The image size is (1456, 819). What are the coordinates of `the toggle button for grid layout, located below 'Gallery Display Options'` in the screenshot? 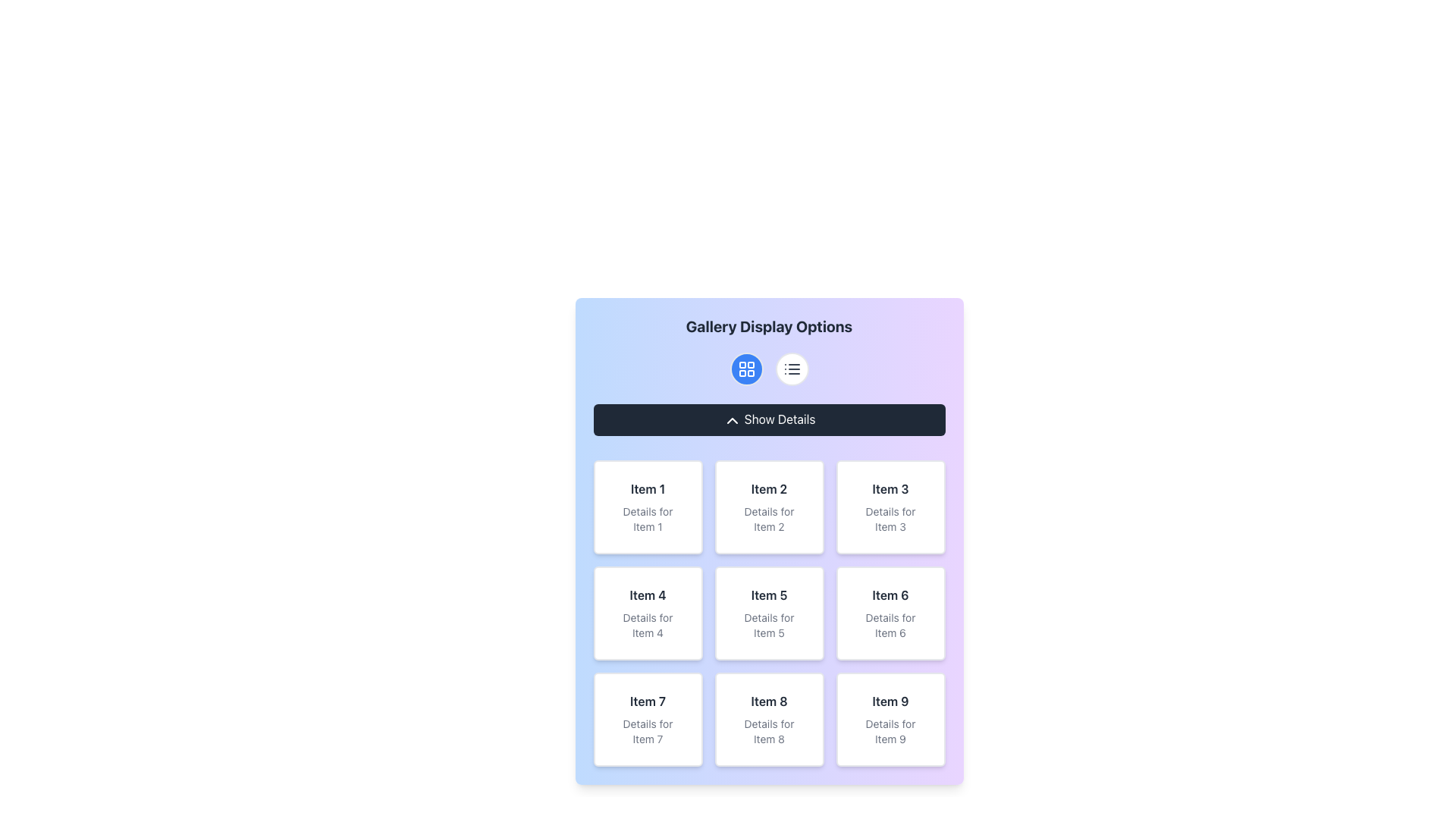 It's located at (746, 369).